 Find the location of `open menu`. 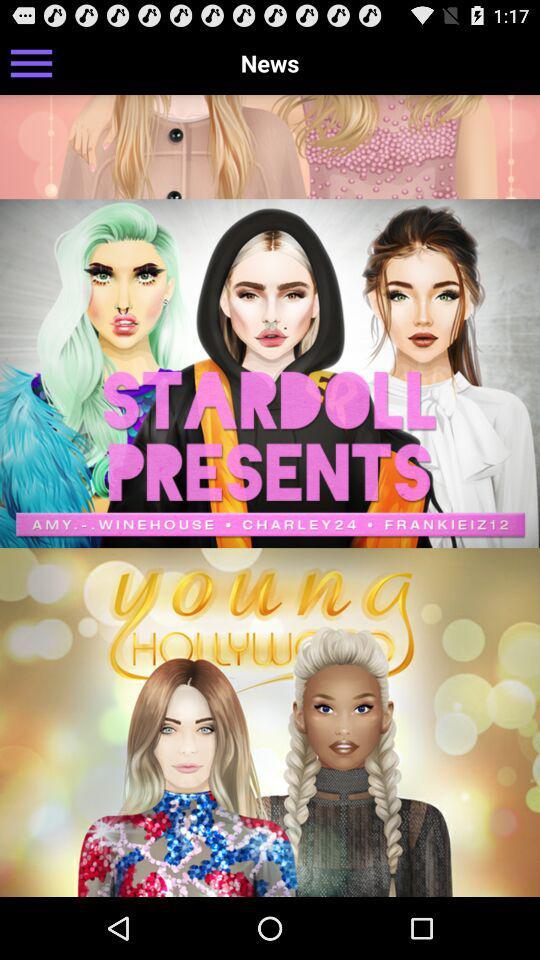

open menu is located at coordinates (30, 62).